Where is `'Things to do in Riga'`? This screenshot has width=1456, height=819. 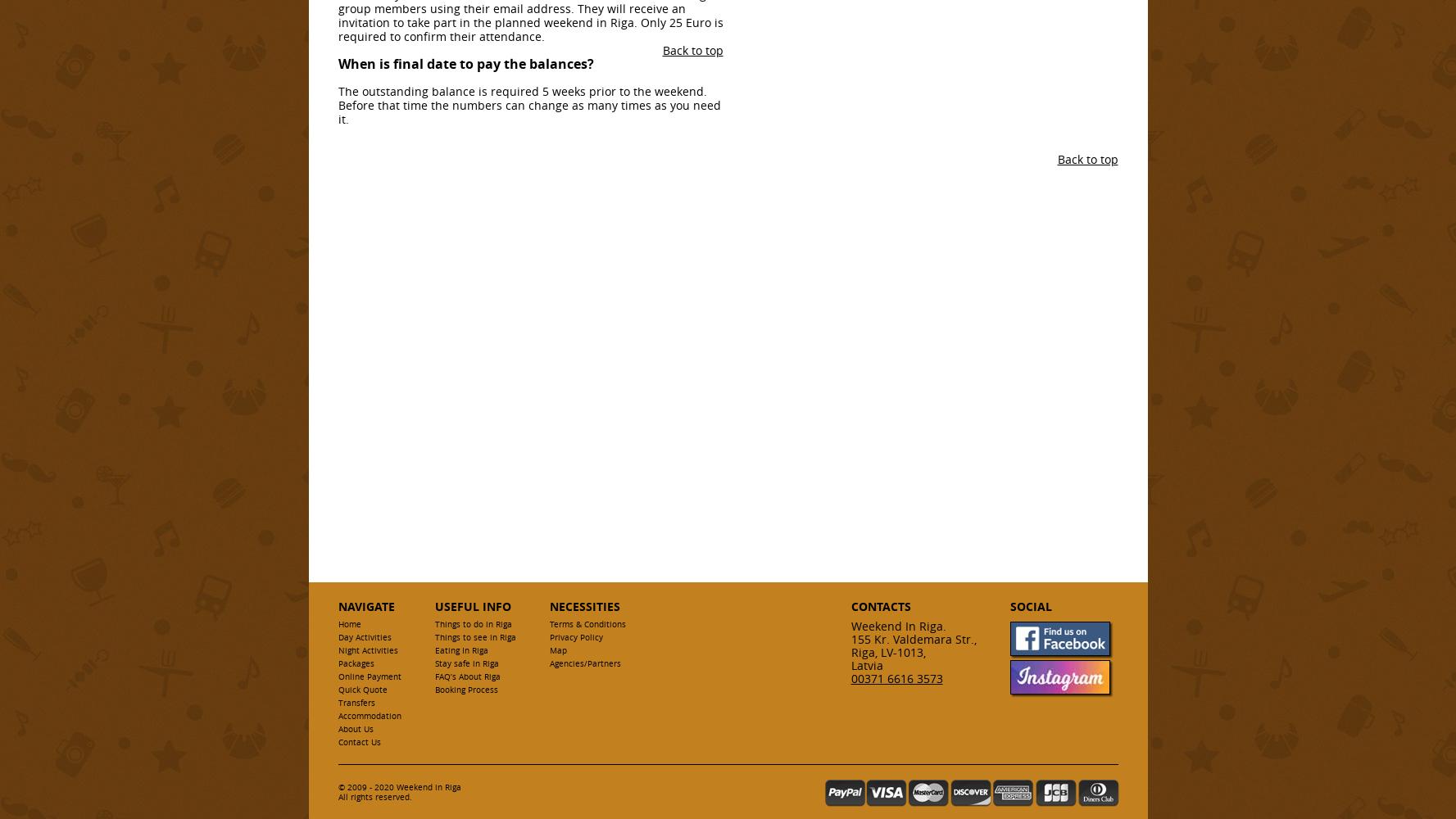 'Things to do in Riga' is located at coordinates (471, 624).